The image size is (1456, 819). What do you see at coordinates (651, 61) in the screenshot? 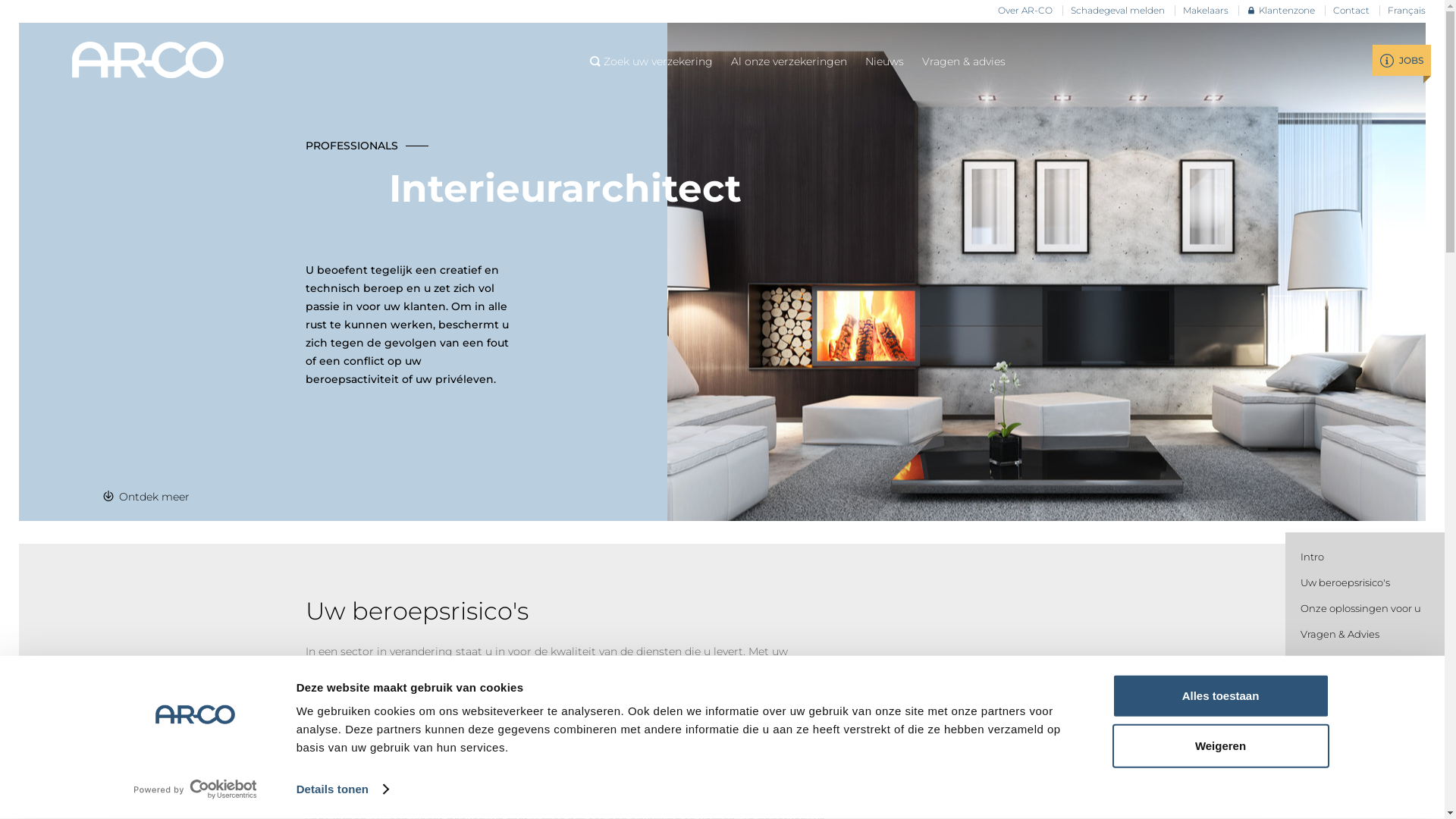
I see `'Zoek uw verzekering'` at bounding box center [651, 61].